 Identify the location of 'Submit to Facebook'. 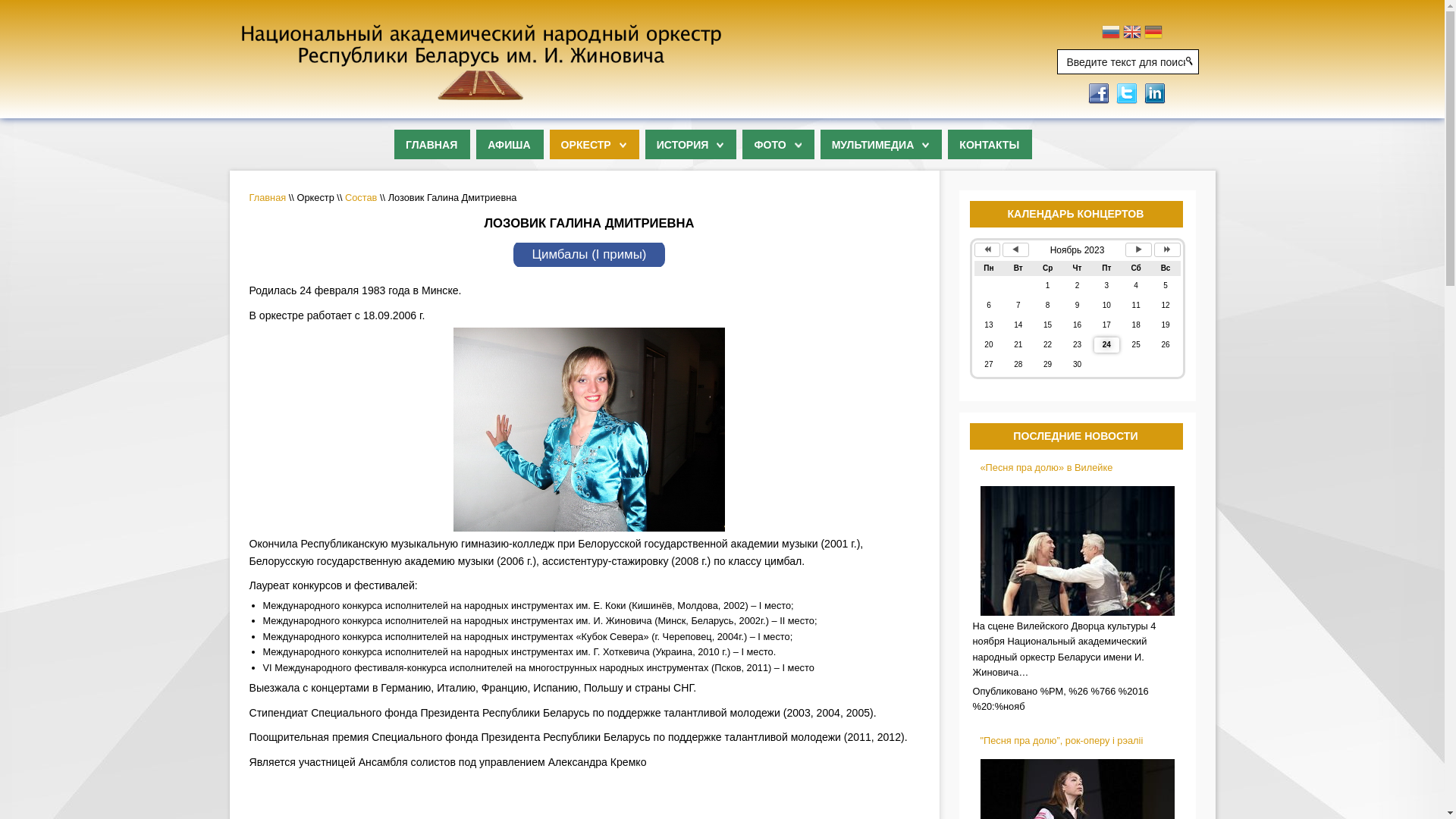
(1084, 92).